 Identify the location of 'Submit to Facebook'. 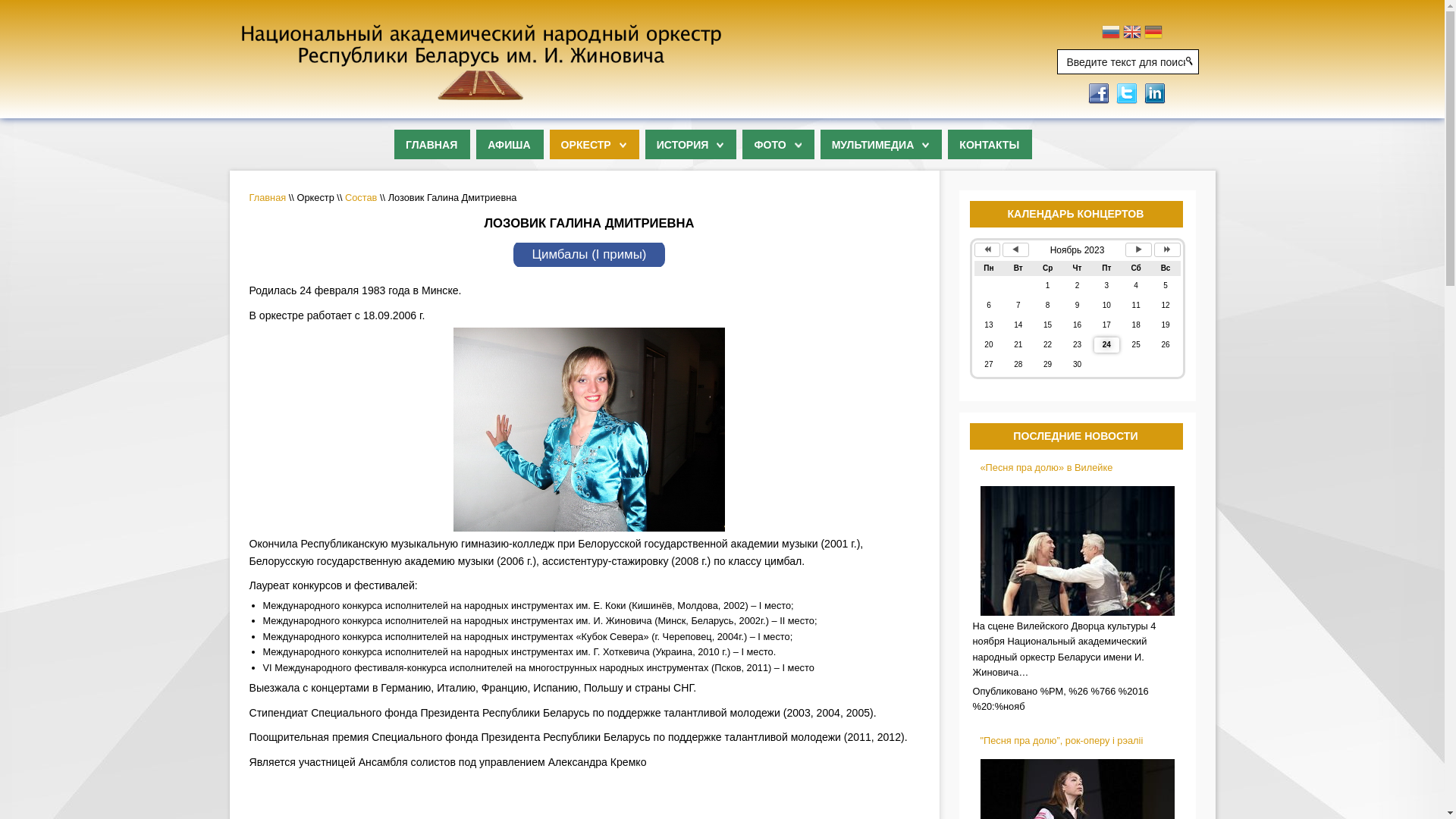
(1084, 92).